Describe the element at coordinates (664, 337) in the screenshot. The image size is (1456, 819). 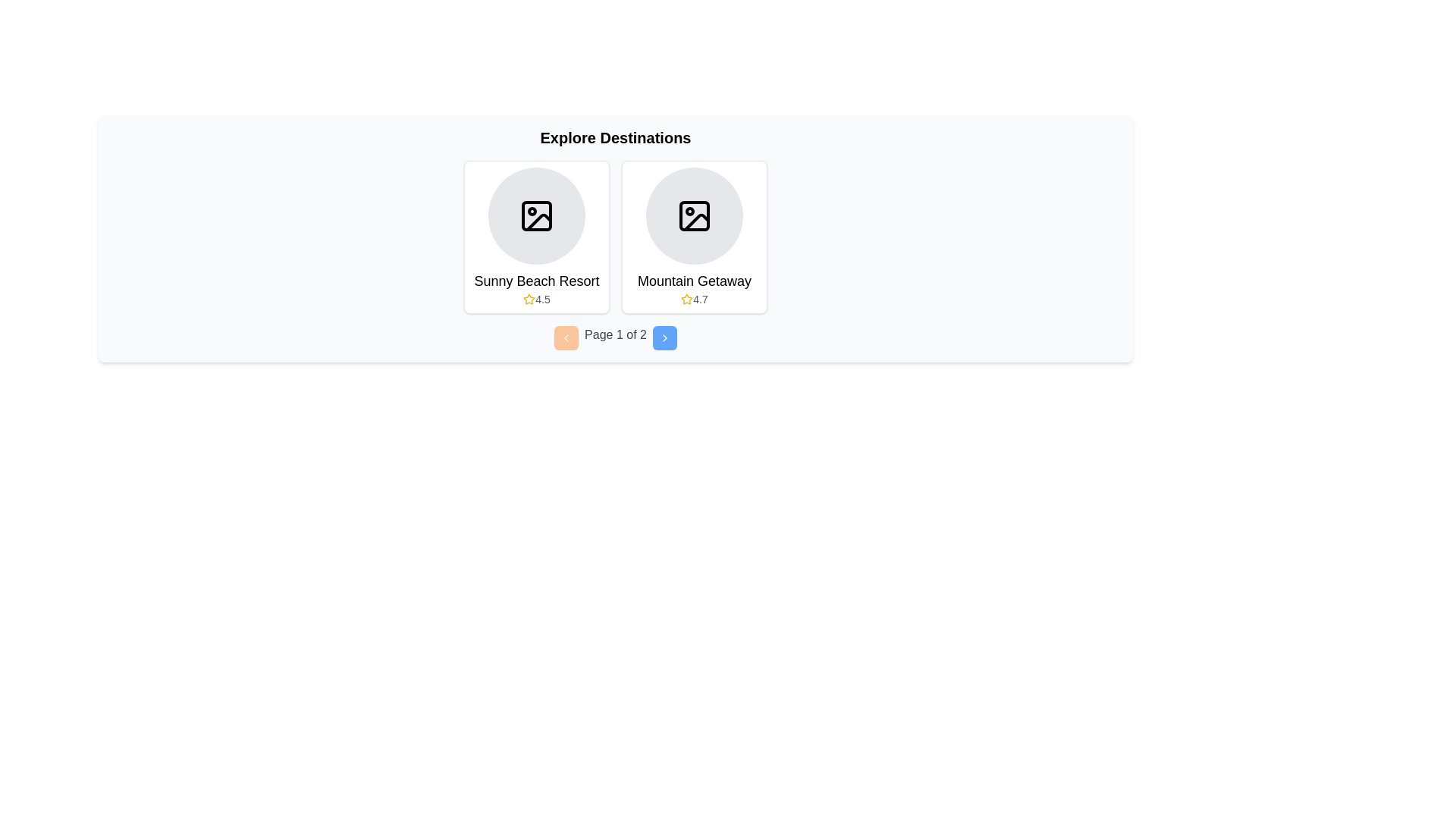
I see `the blue rectangular button with rounded corners and a right-facing white chevron icon` at that location.